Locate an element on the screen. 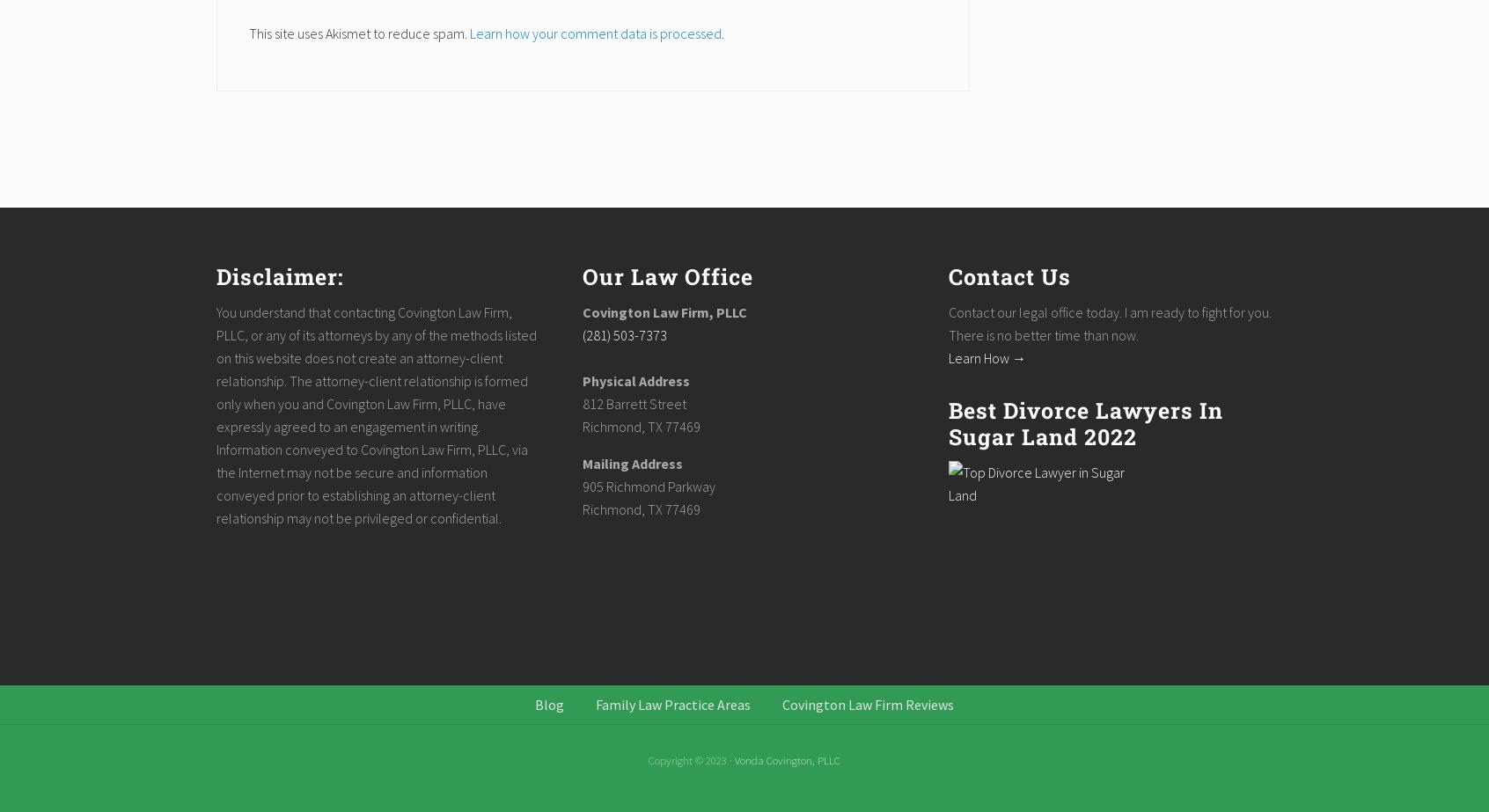  'Blog' is located at coordinates (548, 703).